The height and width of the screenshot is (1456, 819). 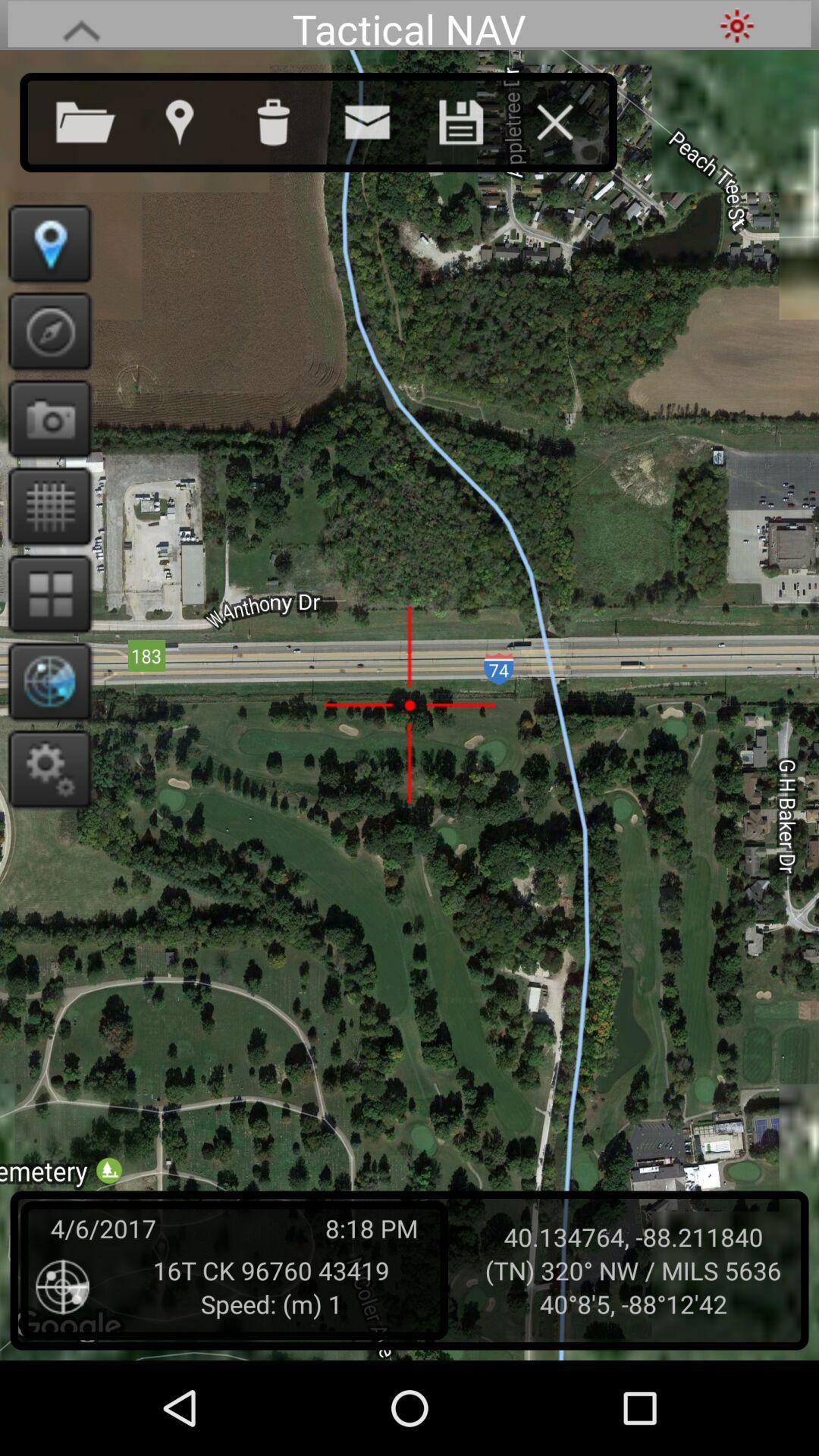 What do you see at coordinates (475, 118) in the screenshot?
I see `save` at bounding box center [475, 118].